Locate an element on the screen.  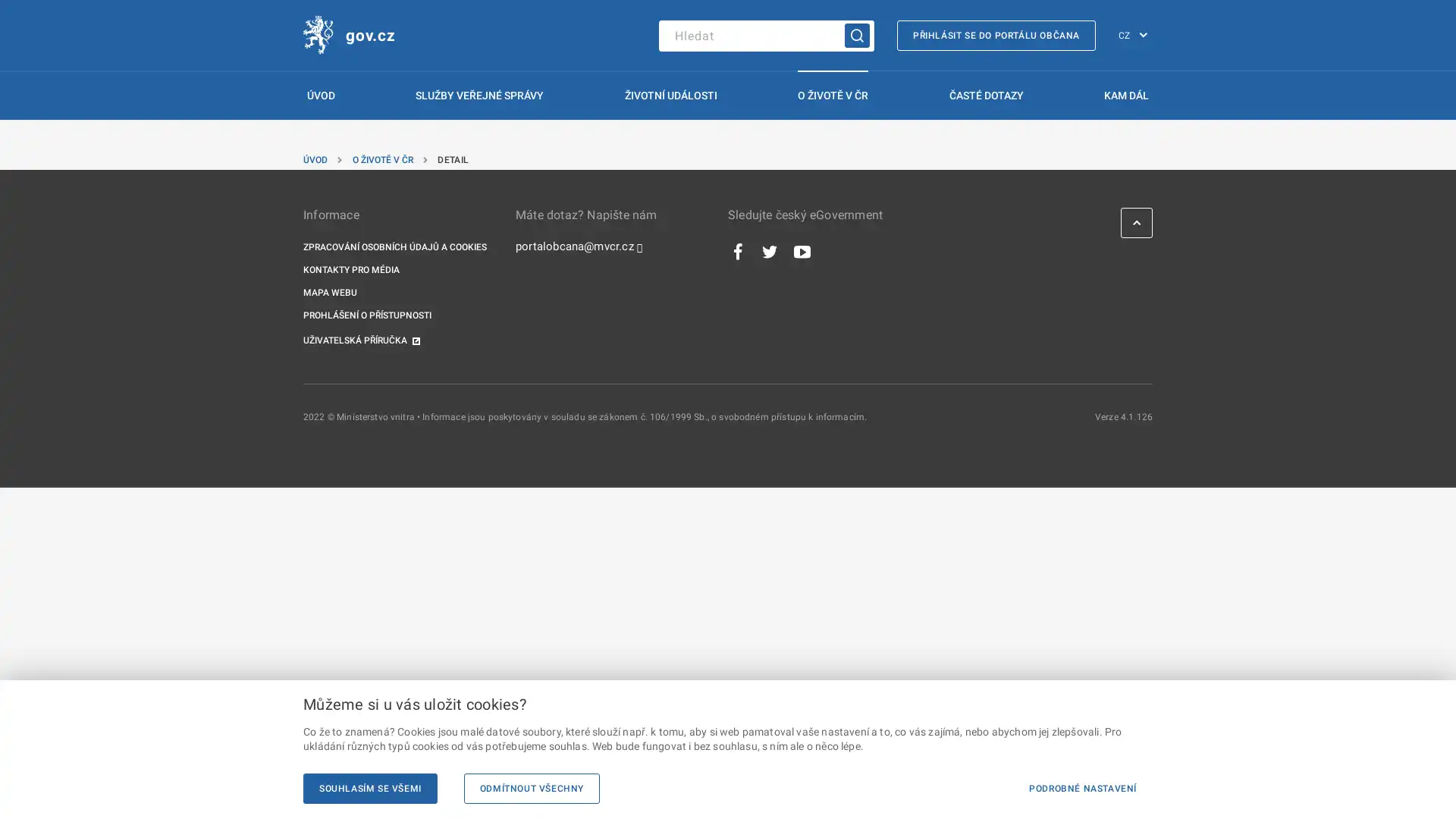
Hledat is located at coordinates (857, 34).